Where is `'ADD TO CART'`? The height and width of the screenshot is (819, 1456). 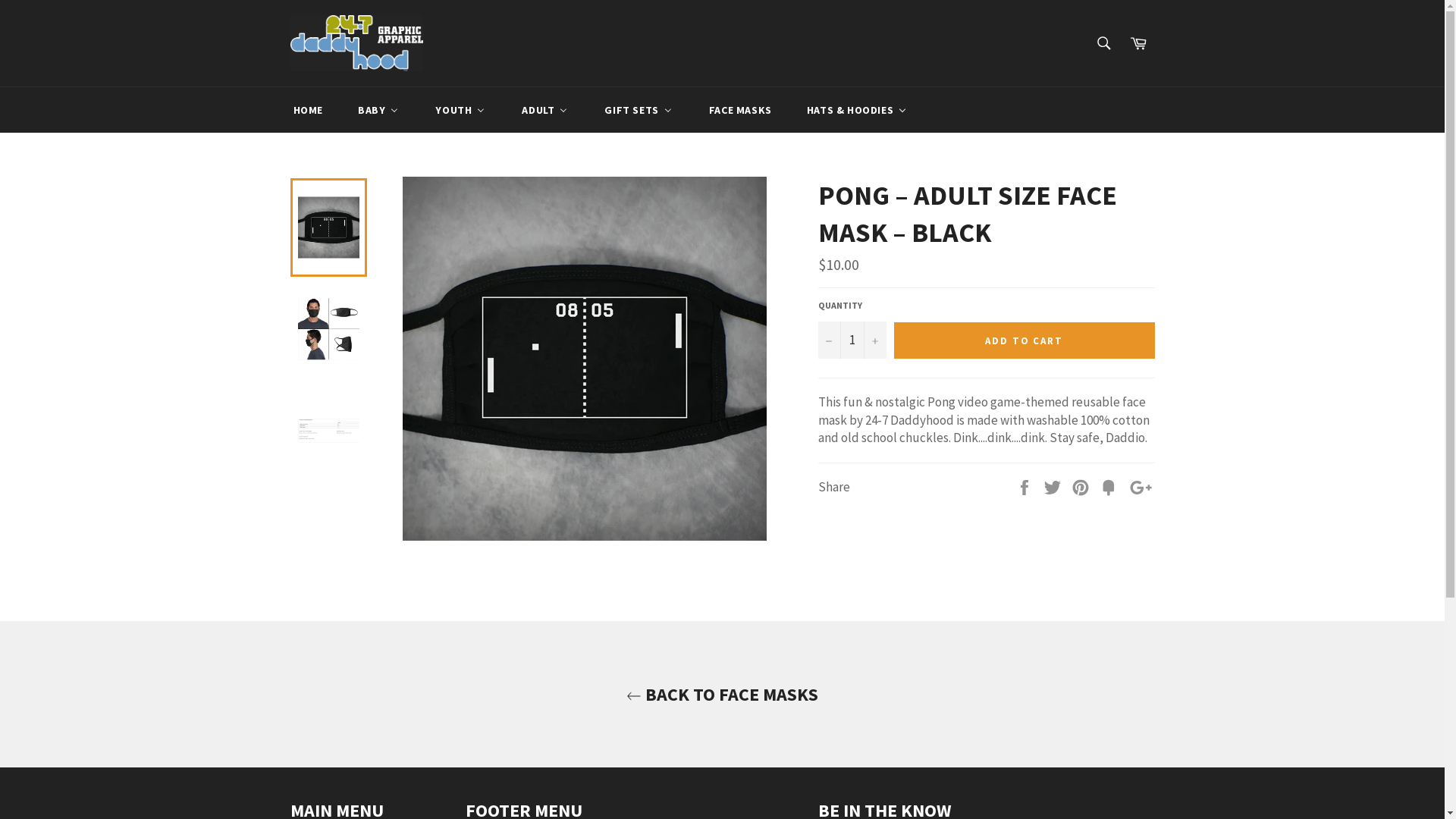 'ADD TO CART' is located at coordinates (1023, 339).